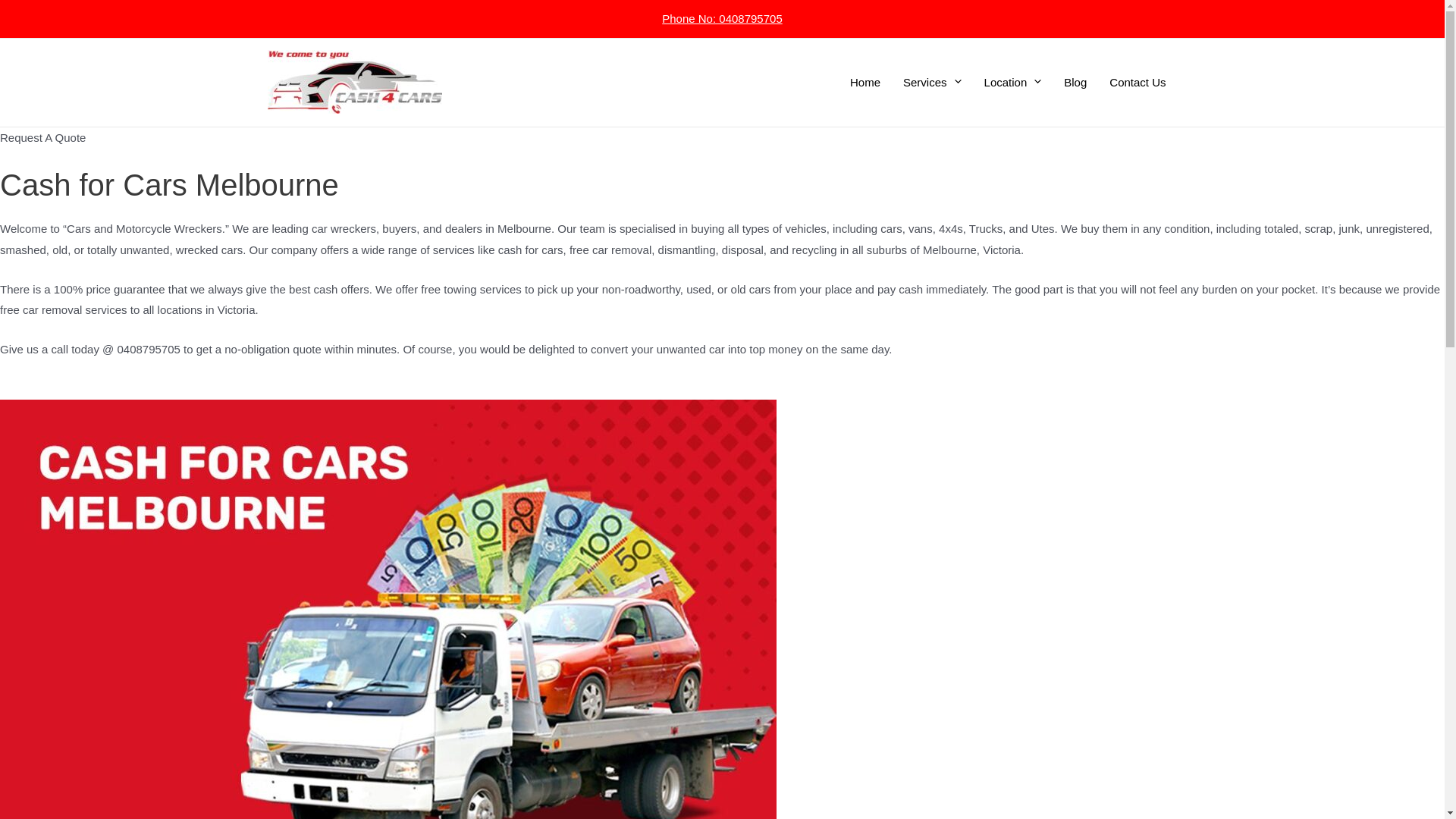  I want to click on 'Contact Us', so click(1137, 82).